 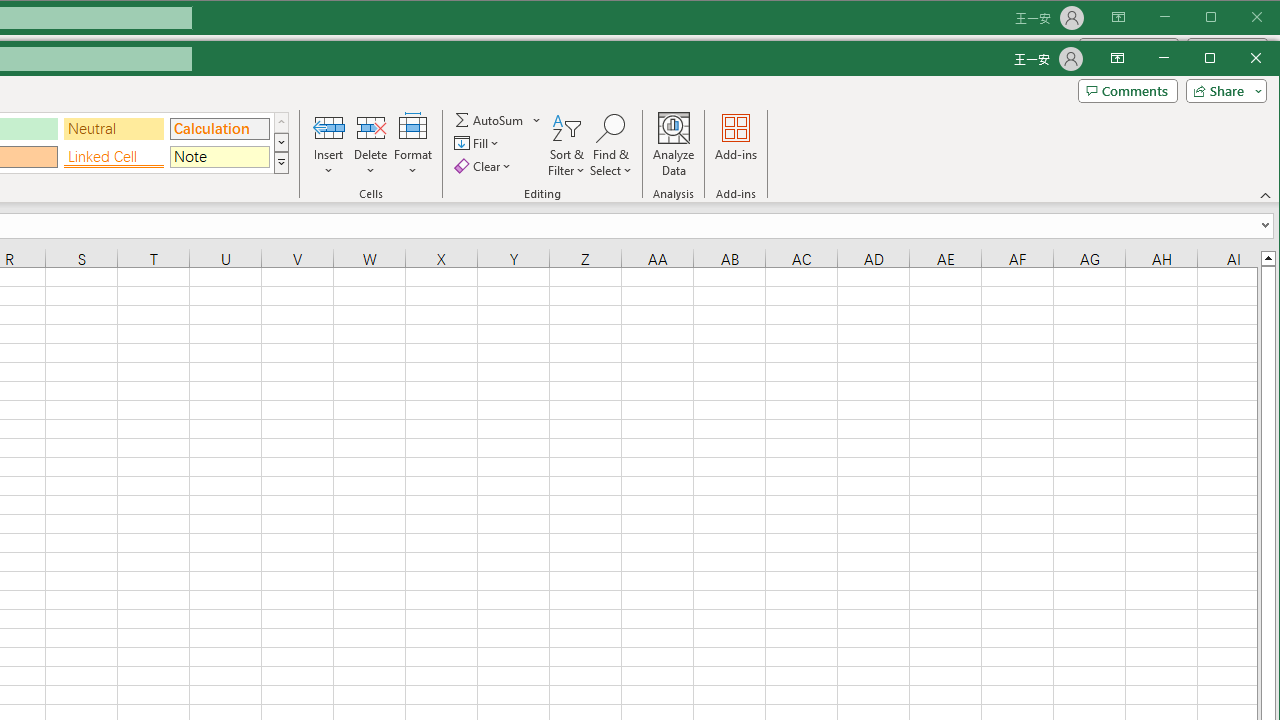 What do you see at coordinates (280, 122) in the screenshot?
I see `'Row up'` at bounding box center [280, 122].